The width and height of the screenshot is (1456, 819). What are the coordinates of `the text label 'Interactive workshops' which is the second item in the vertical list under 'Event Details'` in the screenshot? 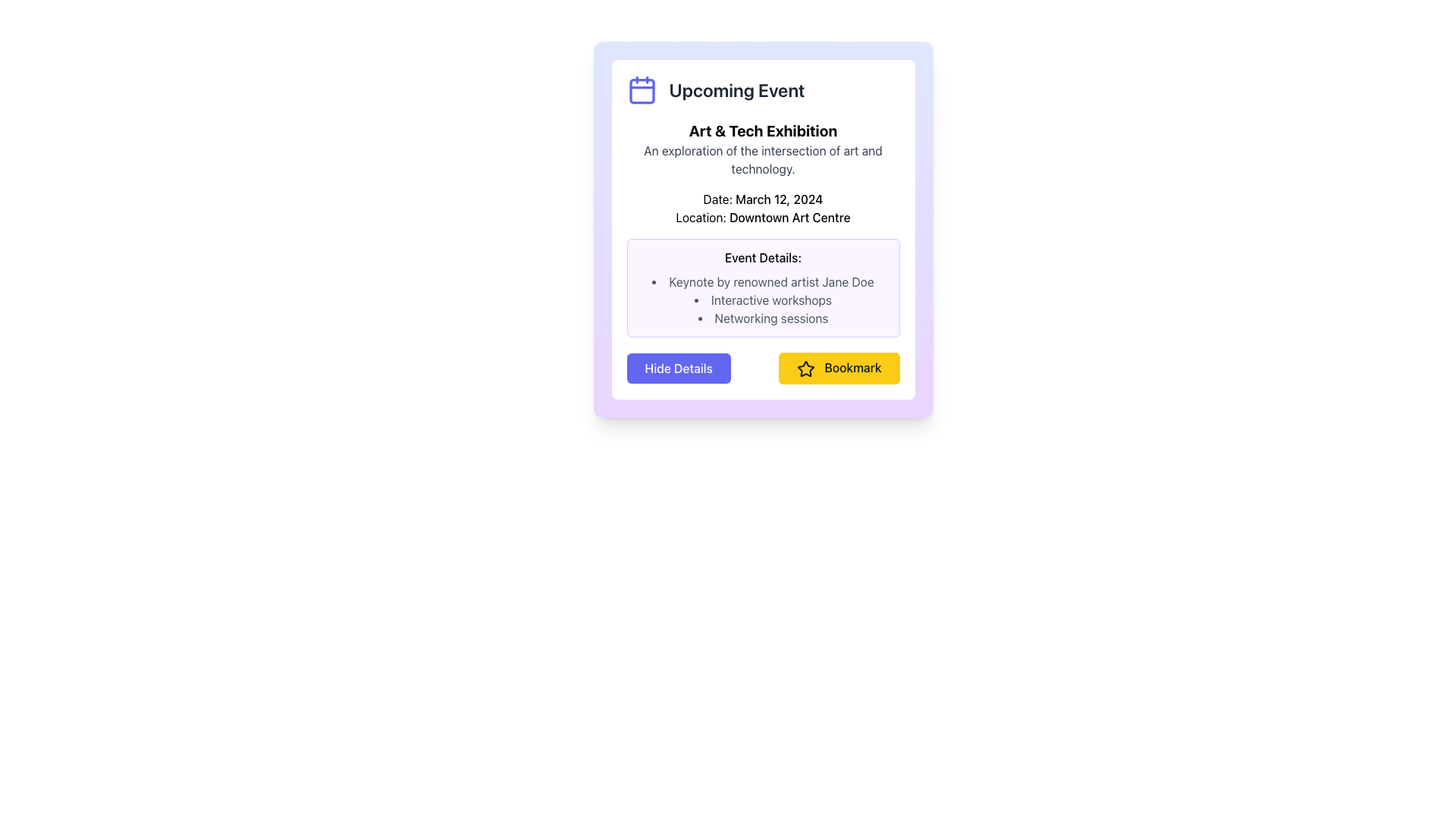 It's located at (763, 300).